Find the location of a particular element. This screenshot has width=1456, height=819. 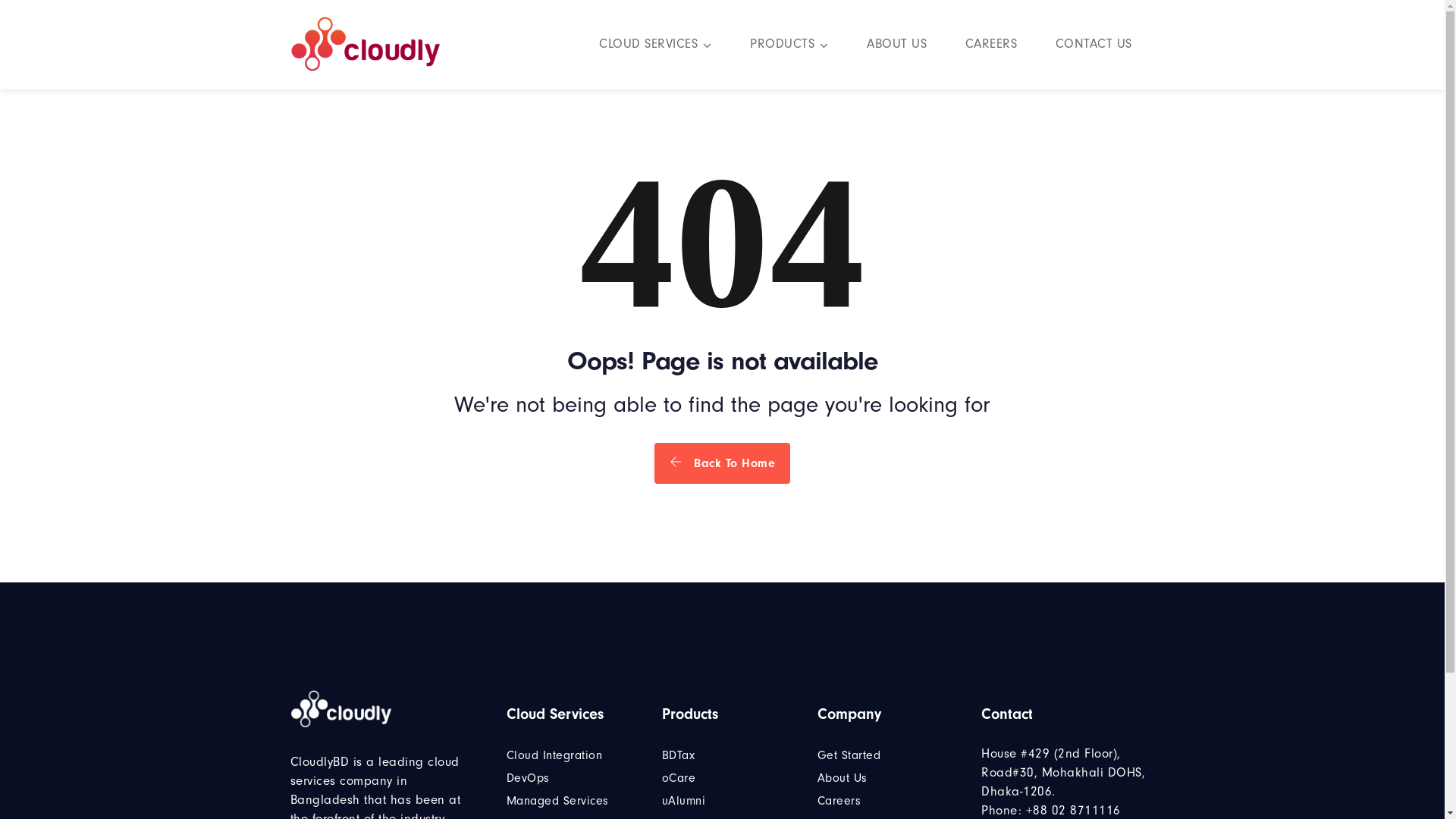

'BDTax' is located at coordinates (662, 755).